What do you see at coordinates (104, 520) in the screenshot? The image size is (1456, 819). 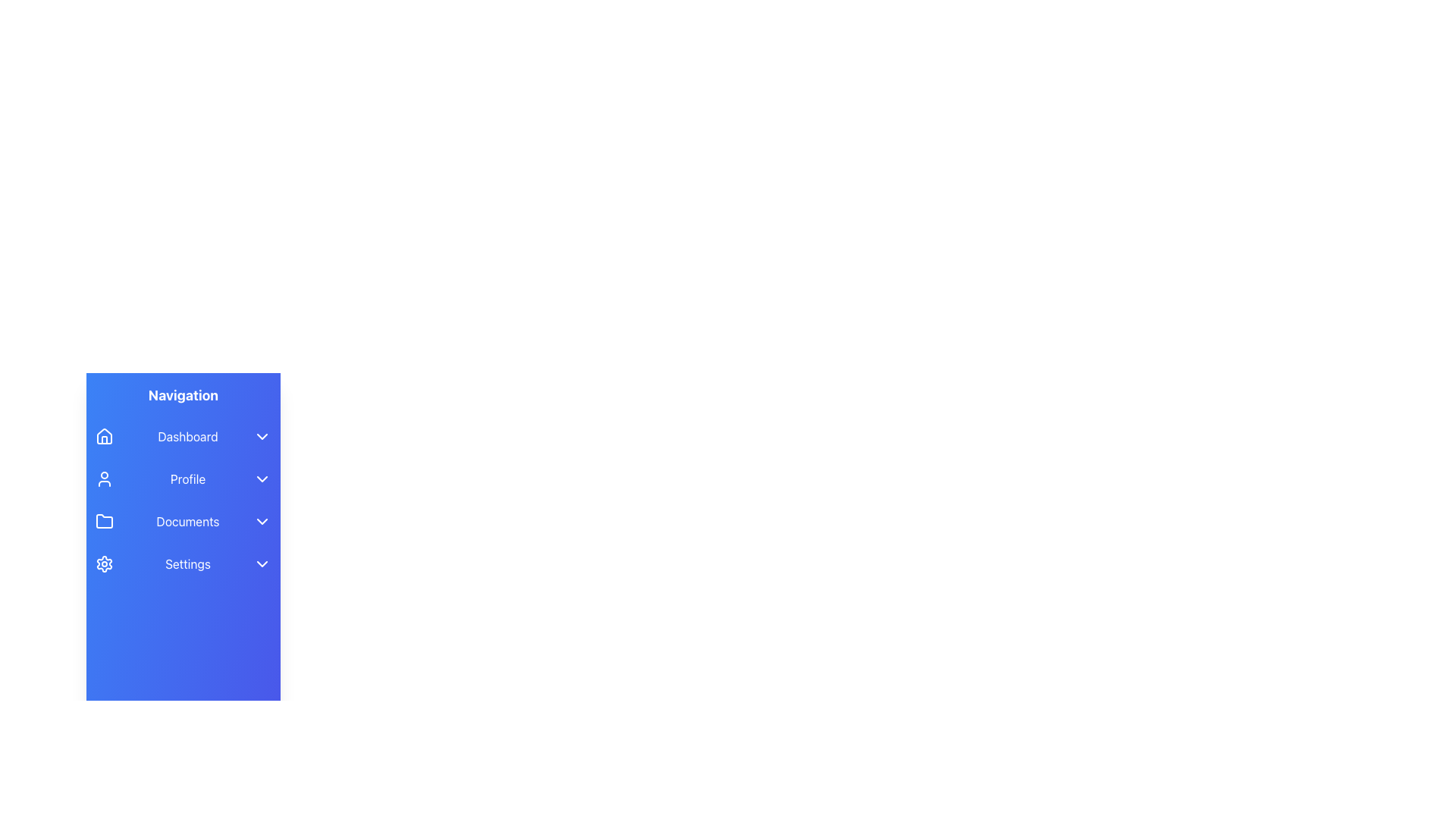 I see `the folder icon located in the navigation menu to the left of the 'Documents' text` at bounding box center [104, 520].